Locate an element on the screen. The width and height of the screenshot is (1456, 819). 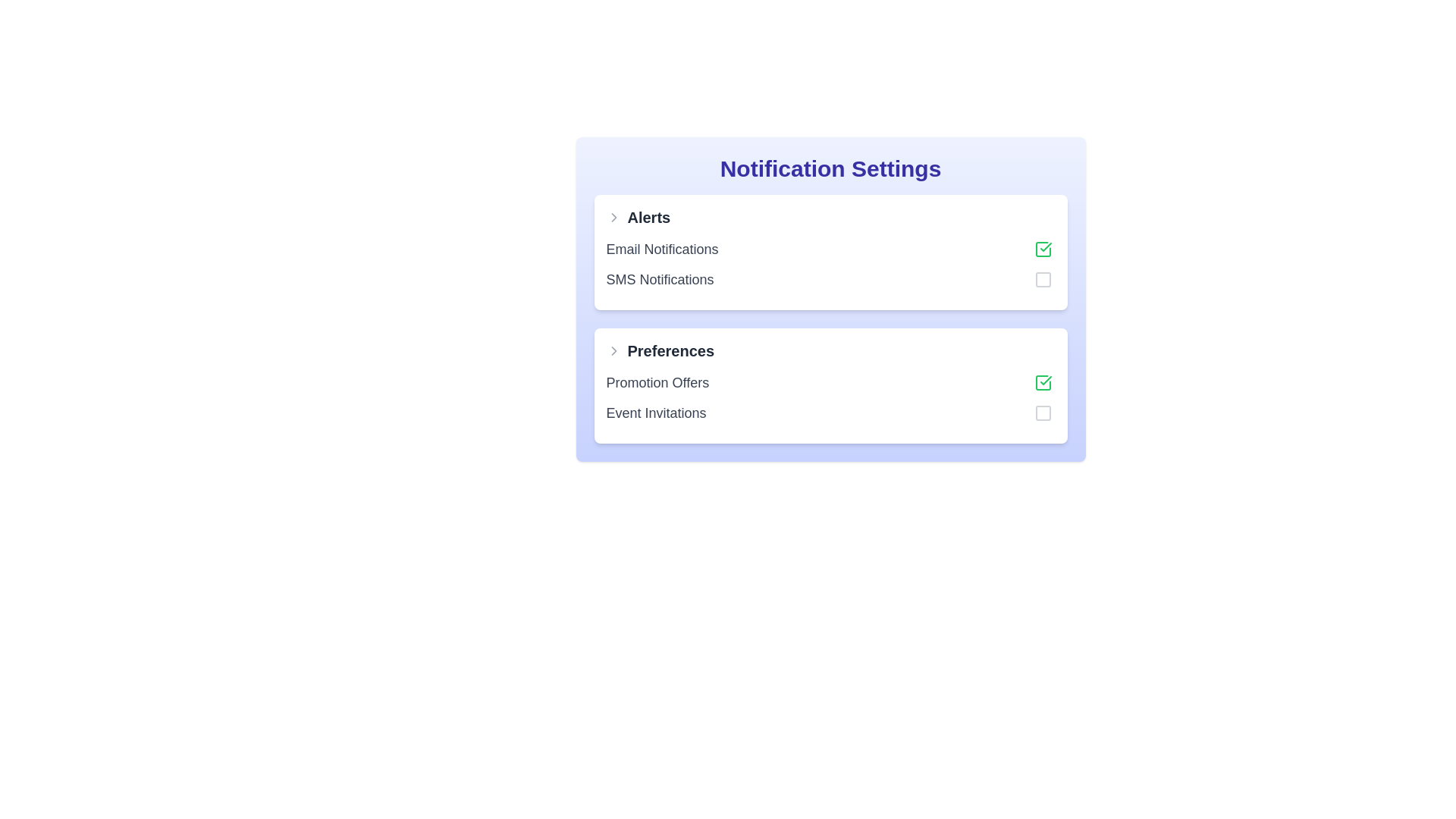
the toggle checkbox styled as an icon located to the right of the 'Email Notifications' label in the 'Alerts' section is located at coordinates (1042, 248).